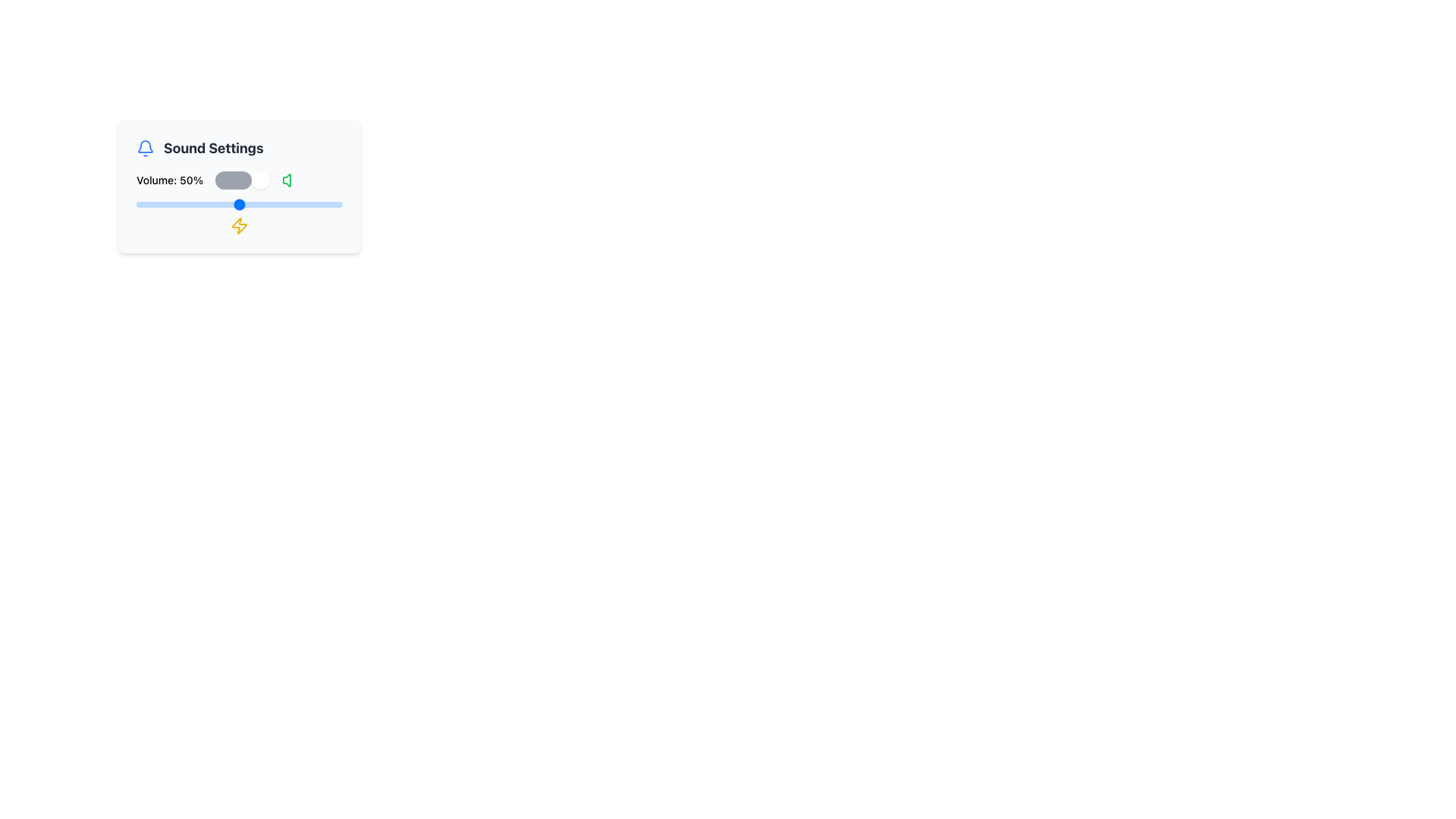  What do you see at coordinates (287, 180) in the screenshot?
I see `the volume icon component to adjust audio settings within the Sound Settings interface, located to the right of the 'Volume: 50%' text and beside the toggle switch` at bounding box center [287, 180].